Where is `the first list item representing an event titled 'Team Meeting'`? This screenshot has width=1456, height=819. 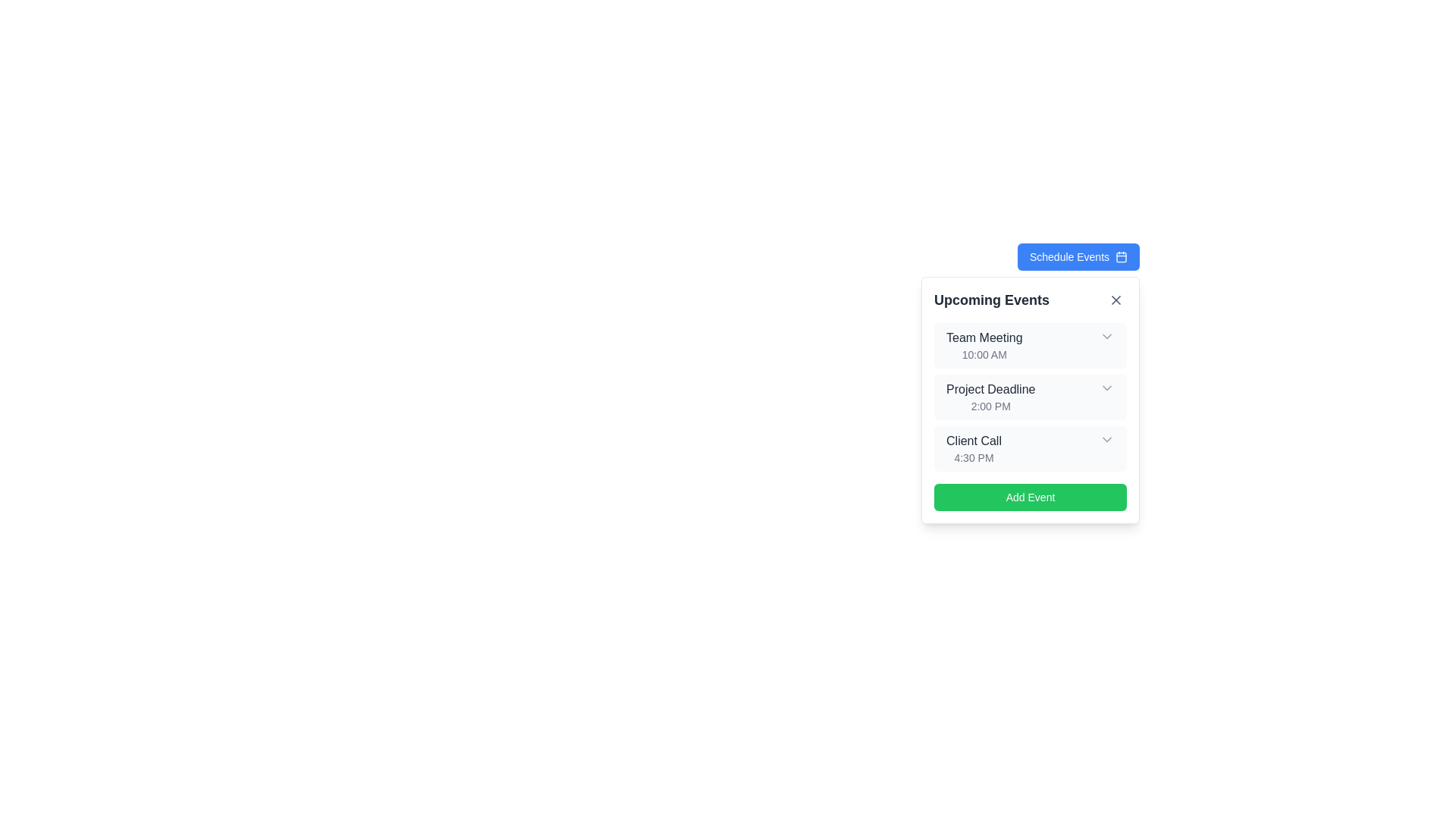 the first list item representing an event titled 'Team Meeting' is located at coordinates (1030, 345).